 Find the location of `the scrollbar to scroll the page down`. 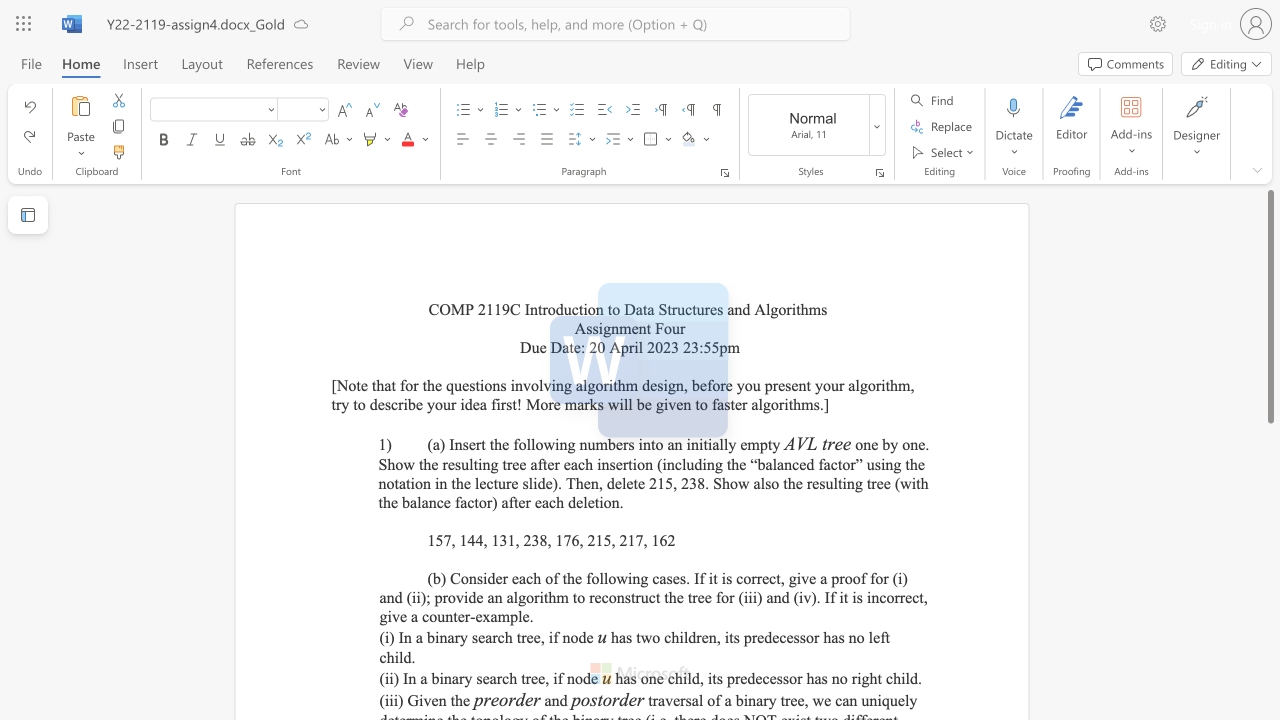

the scrollbar to scroll the page down is located at coordinates (1269, 480).